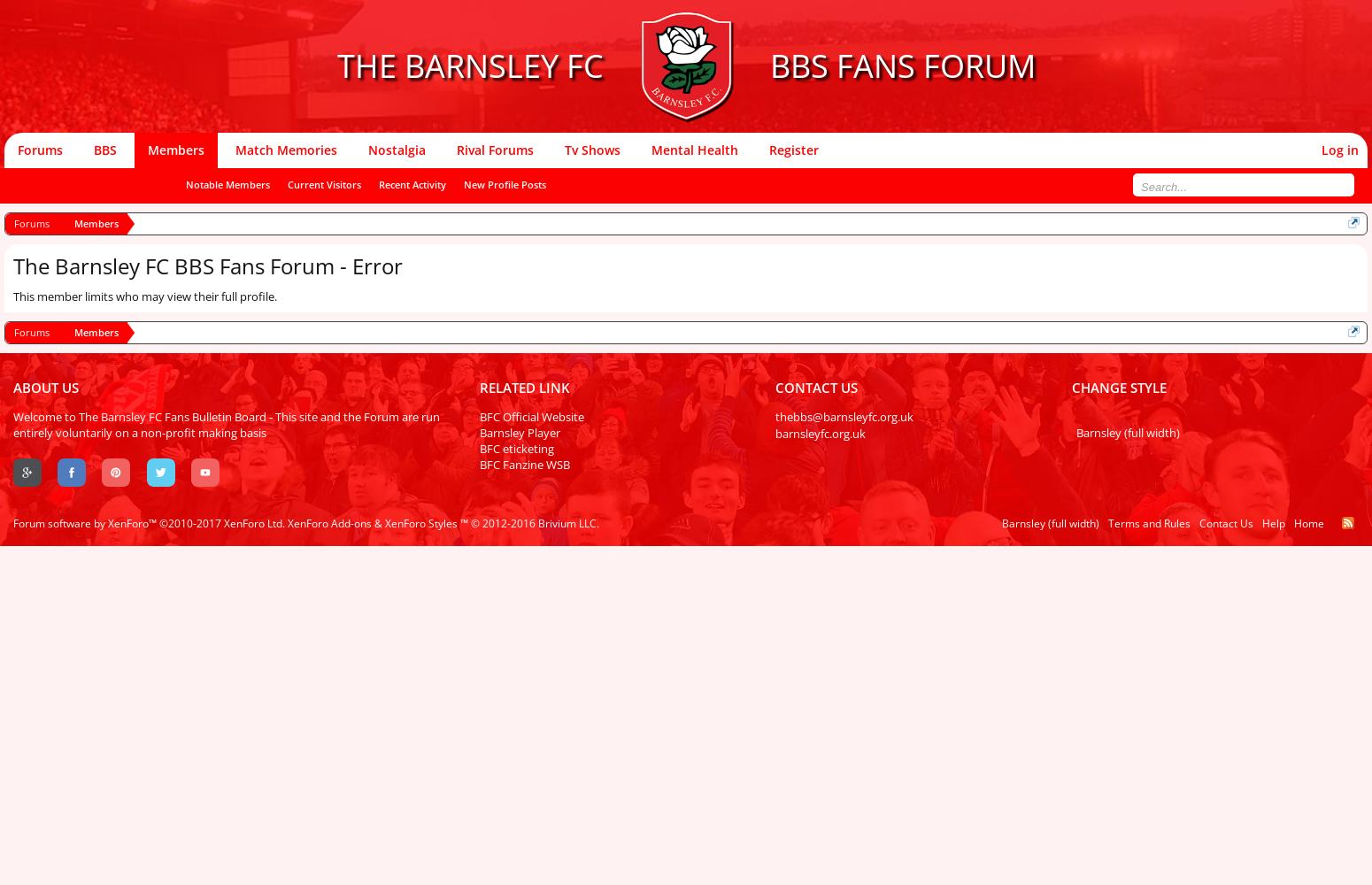 The height and width of the screenshot is (885, 1372). What do you see at coordinates (328, 522) in the screenshot?
I see `'XenForo Add-ons'` at bounding box center [328, 522].